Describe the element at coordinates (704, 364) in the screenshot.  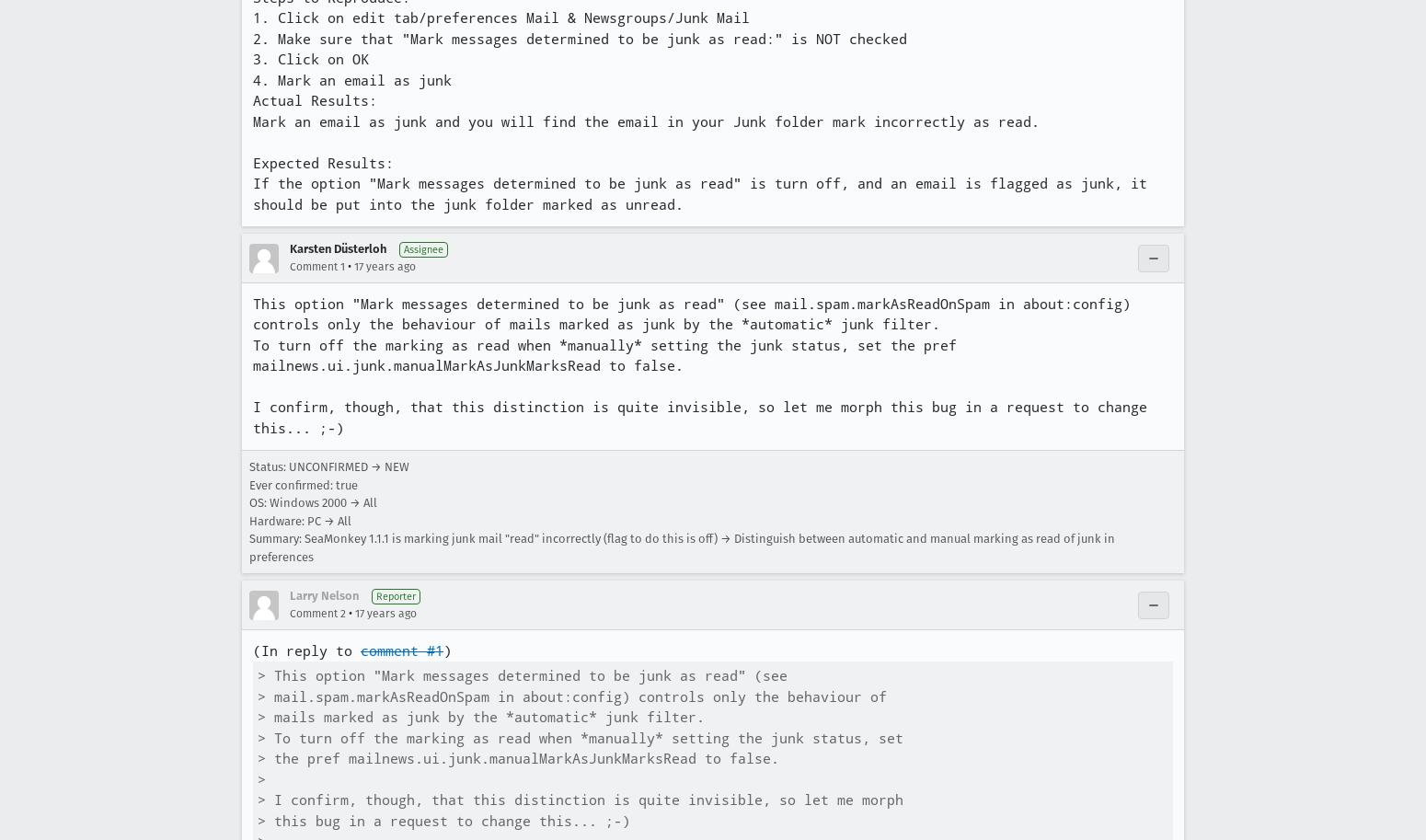
I see `'This option "Mark messages determined to be junk as read" (see mail.spam.markAsReadOnSpam in about:config) controls only the behaviour of mails marked as junk by the *automatic* junk filter.
To turn off the marking as read when *manually* setting the junk status, set the pref mailnews.ui.junk.manualMarkAsJunkMarksRead to false.

I confirm, though, that this distinction is quite invisible, so let me morph this bug in a request to change this... ;-)'` at that location.